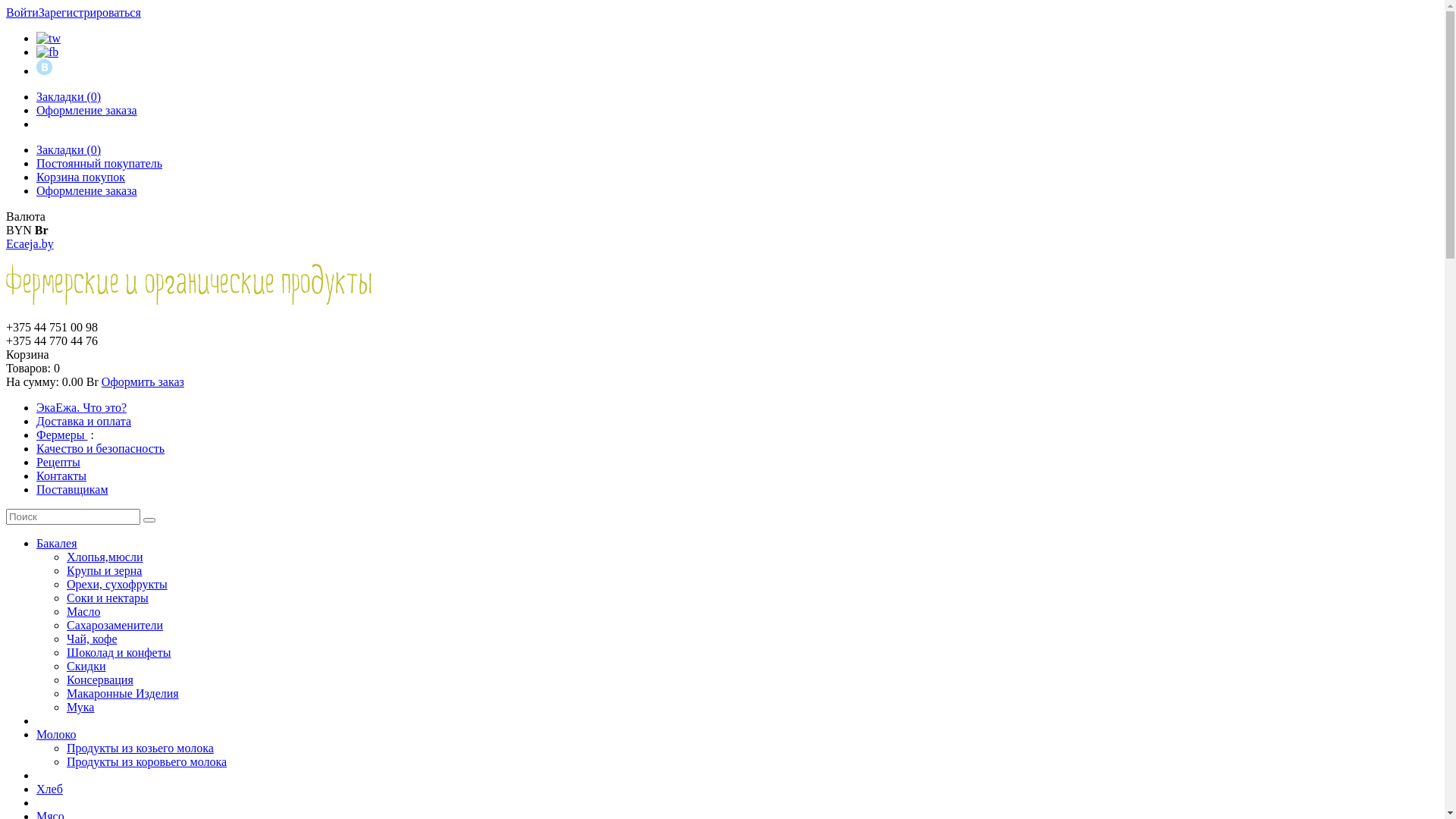 This screenshot has width=1456, height=819. What do you see at coordinates (41, 230) in the screenshot?
I see `'Br'` at bounding box center [41, 230].